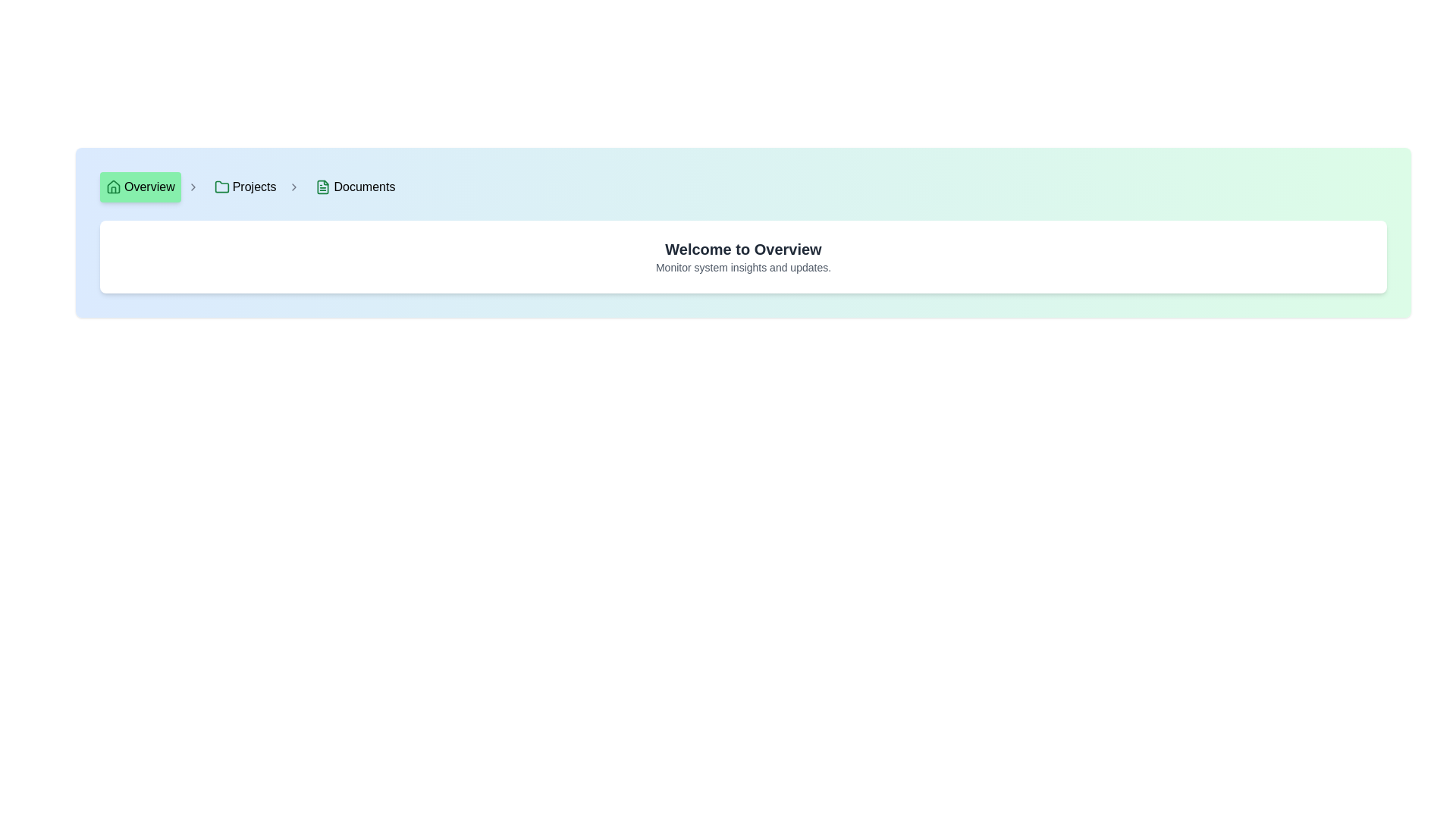 This screenshot has height=819, width=1456. What do you see at coordinates (254, 186) in the screenshot?
I see `the text label displaying 'Projects' in black font, which is part of the breadcrumb navigation bar and positioned between 'Overview' and 'Documents'` at bounding box center [254, 186].